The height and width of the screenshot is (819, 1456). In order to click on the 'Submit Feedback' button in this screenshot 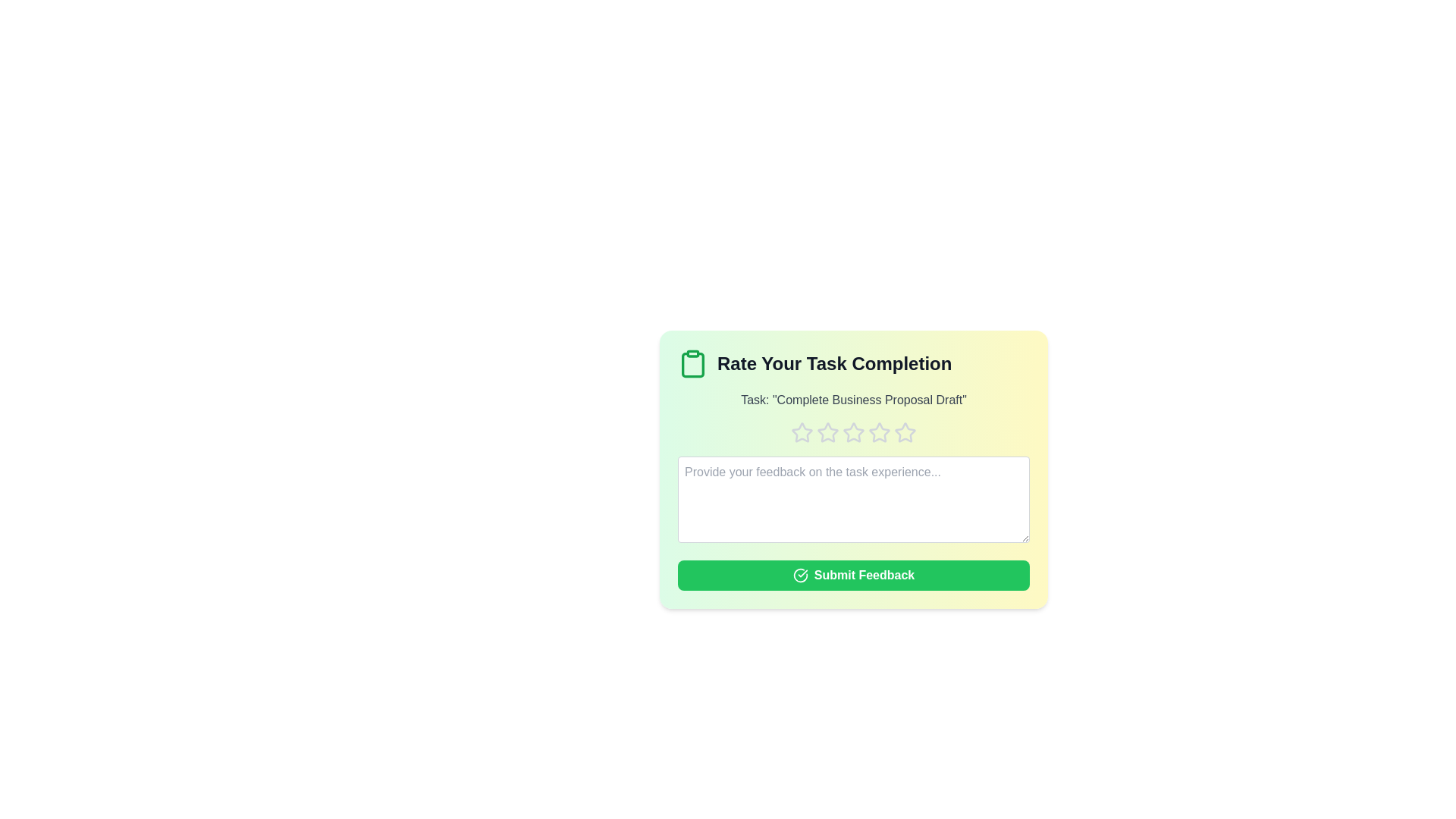, I will do `click(854, 576)`.